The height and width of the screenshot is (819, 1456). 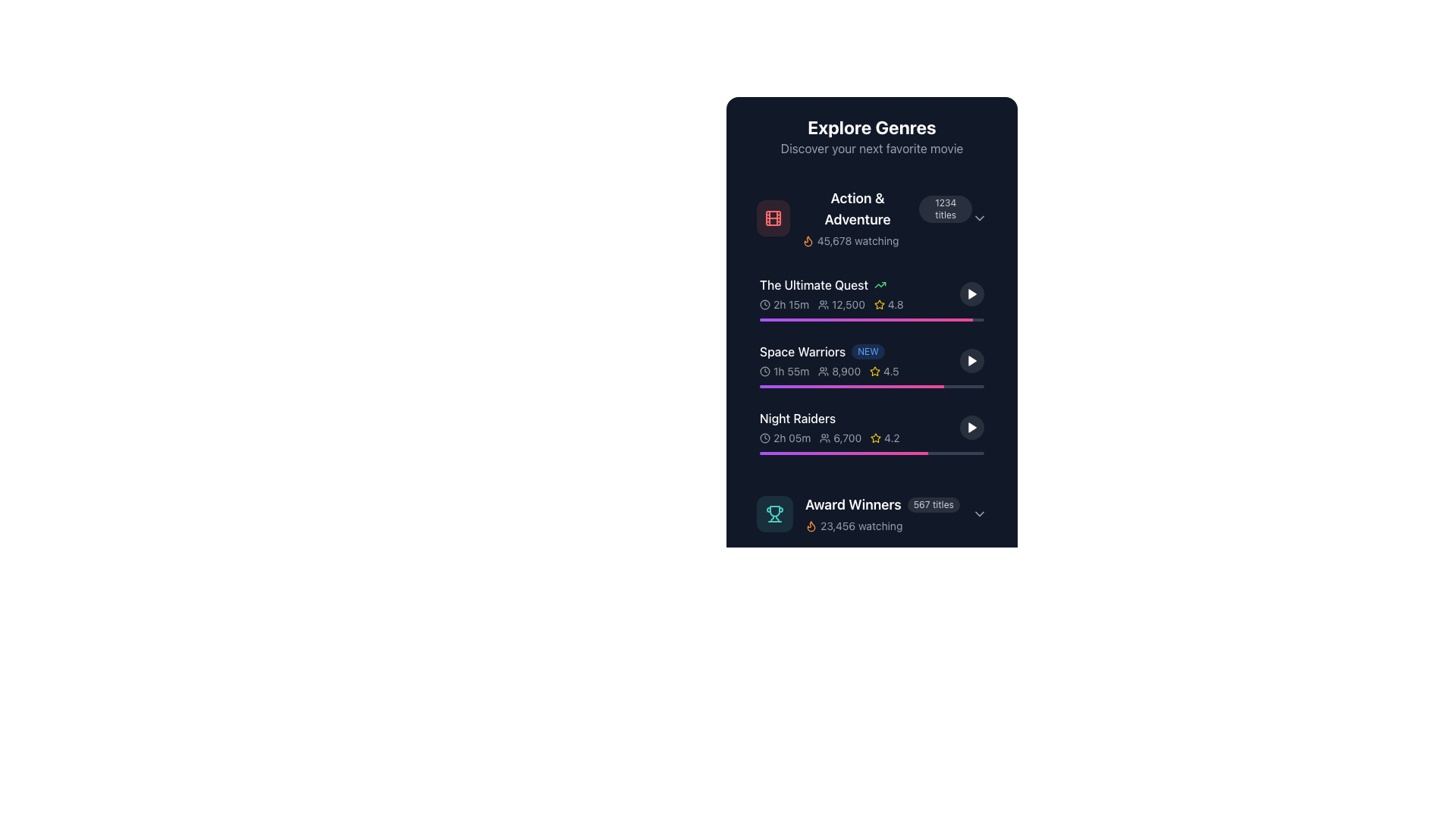 What do you see at coordinates (971, 360) in the screenshot?
I see `the small triangular play button icon, styled with a white fill and bordered by a circular transparent background, located at the far right of the row containing the movie title 'Space Warriors', to initiate playback` at bounding box center [971, 360].